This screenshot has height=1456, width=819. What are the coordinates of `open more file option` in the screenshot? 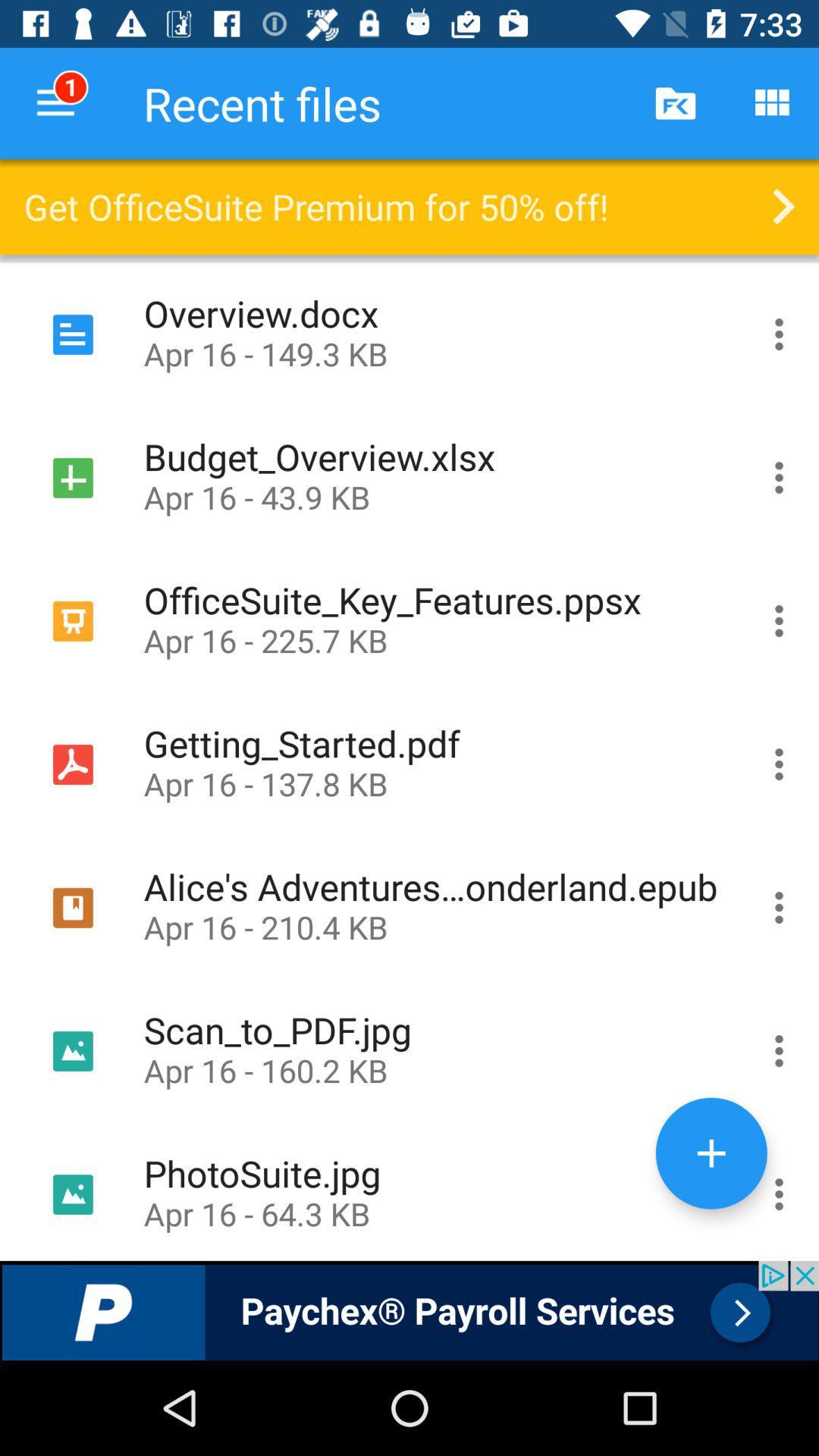 It's located at (779, 764).